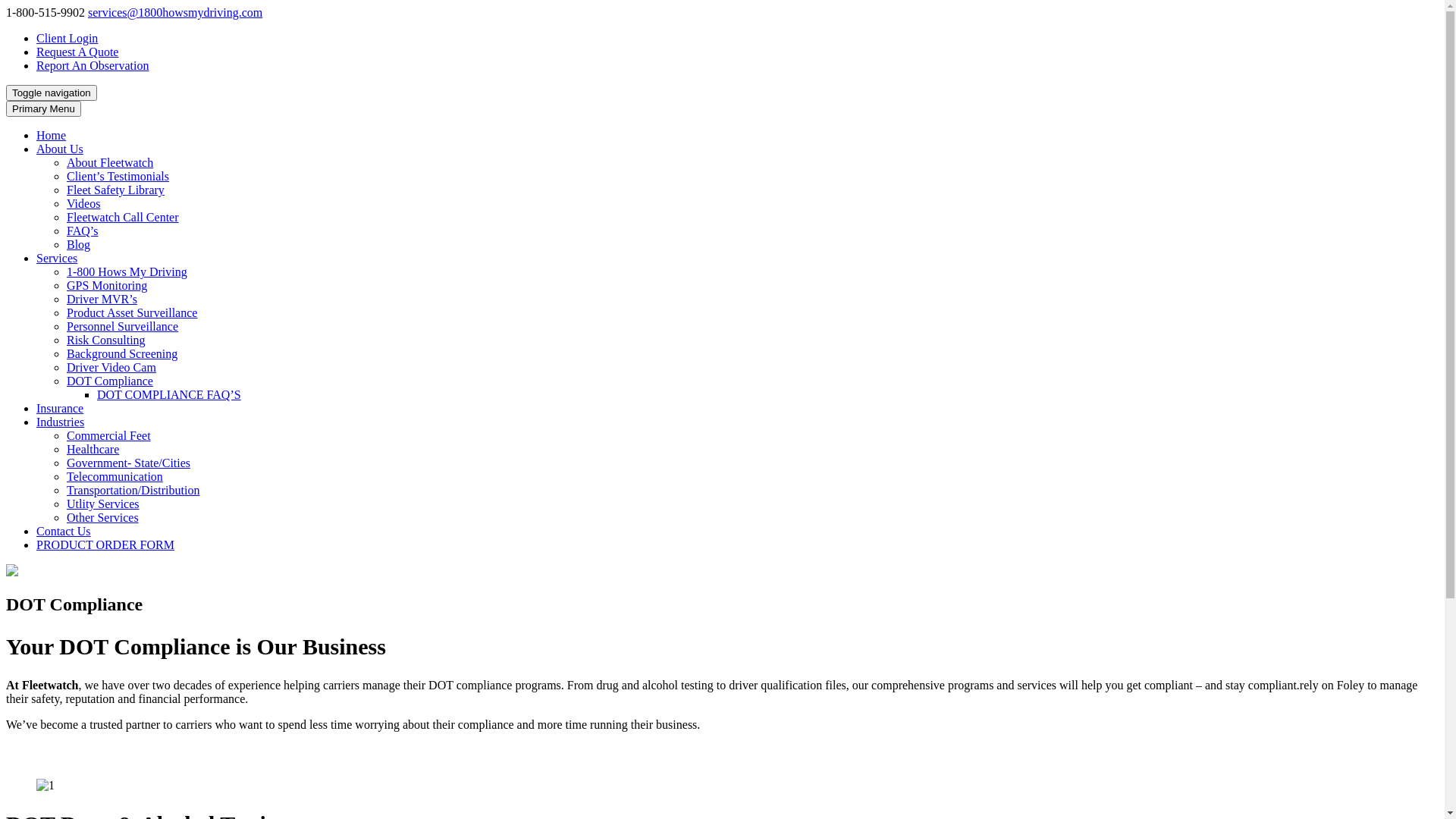 The image size is (1456, 819). I want to click on 'Blog', so click(65, 243).